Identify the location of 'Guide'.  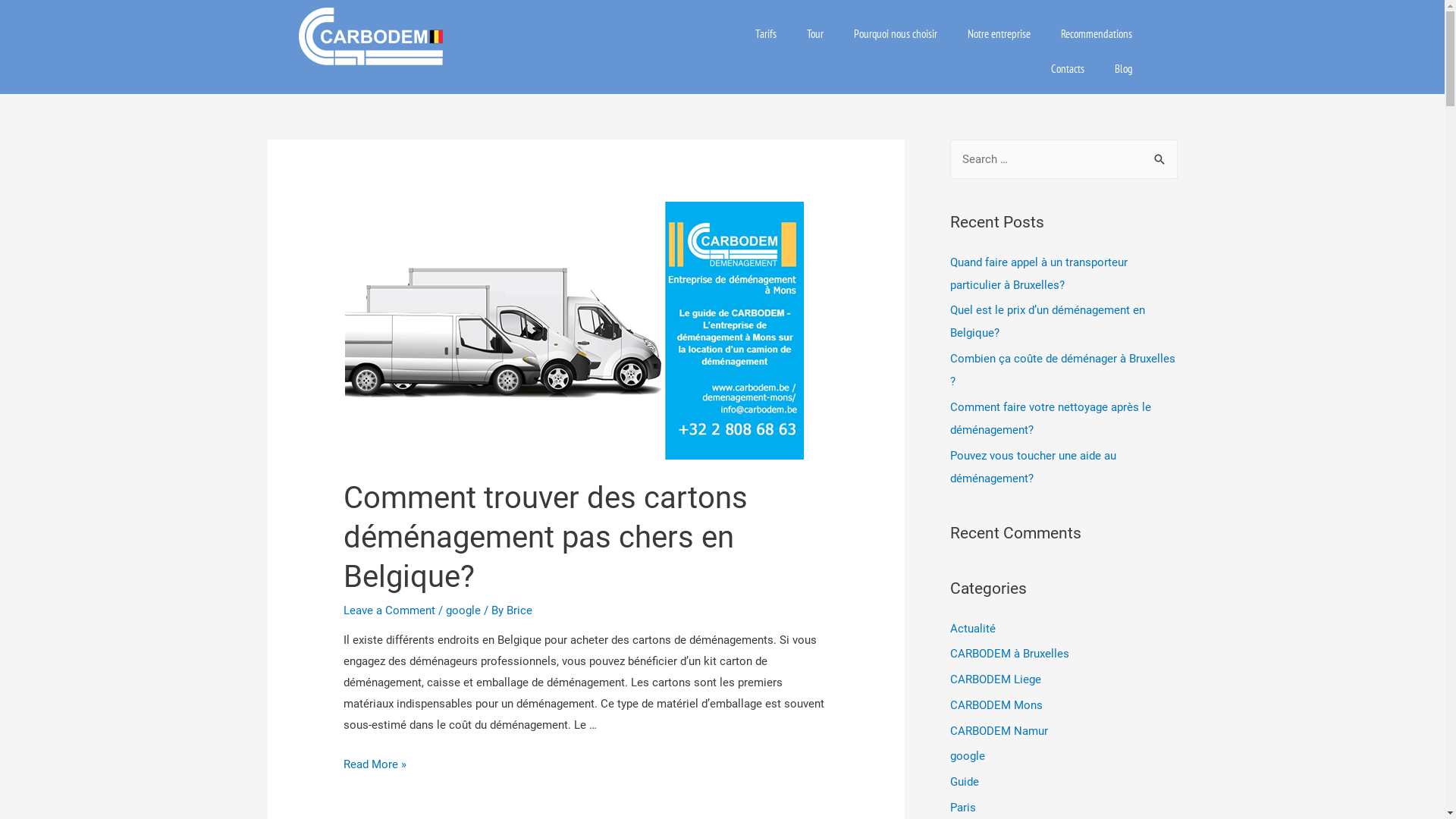
(963, 781).